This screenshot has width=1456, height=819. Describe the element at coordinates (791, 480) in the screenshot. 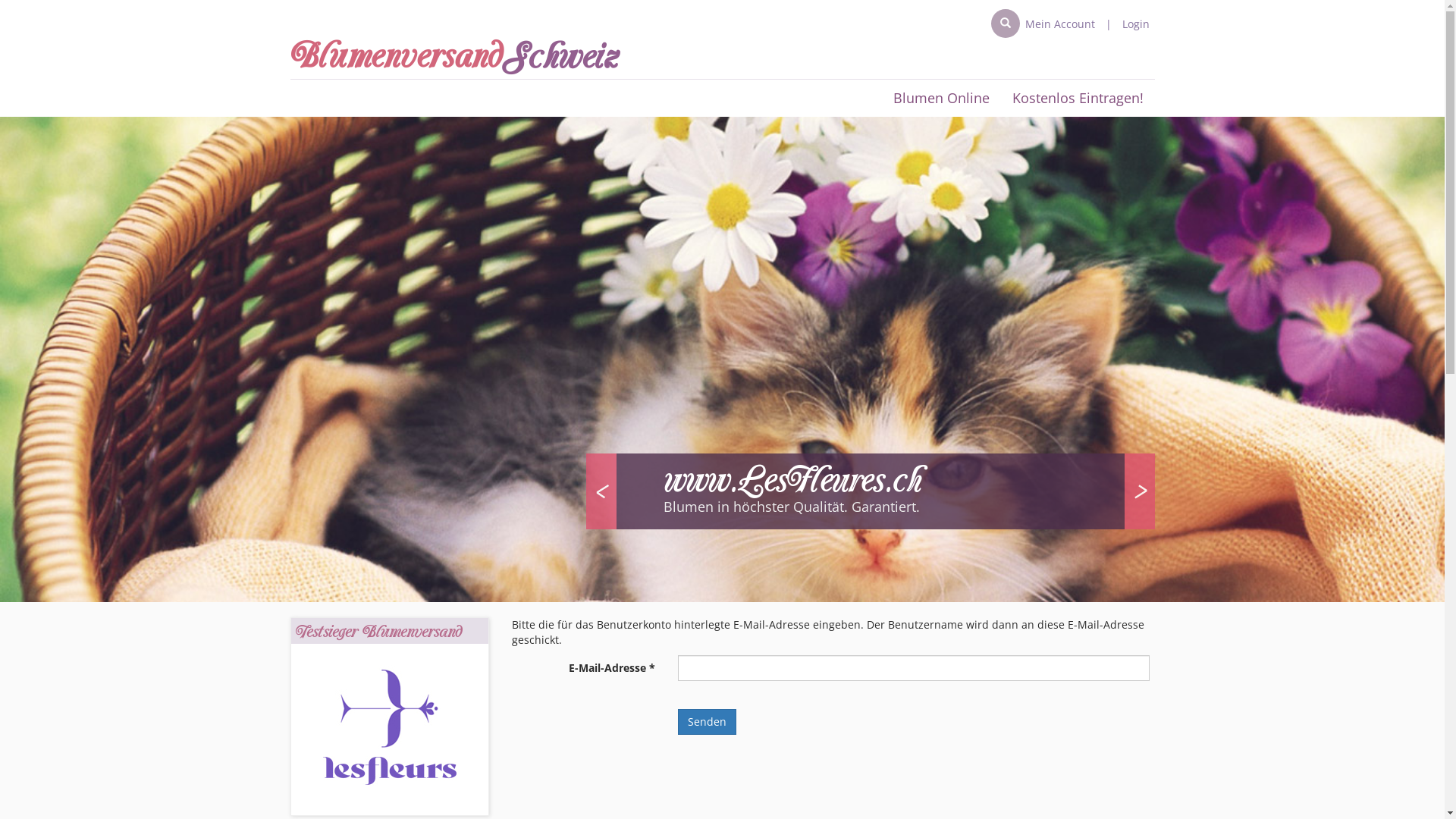

I see `'www.LesFleures.ch'` at that location.